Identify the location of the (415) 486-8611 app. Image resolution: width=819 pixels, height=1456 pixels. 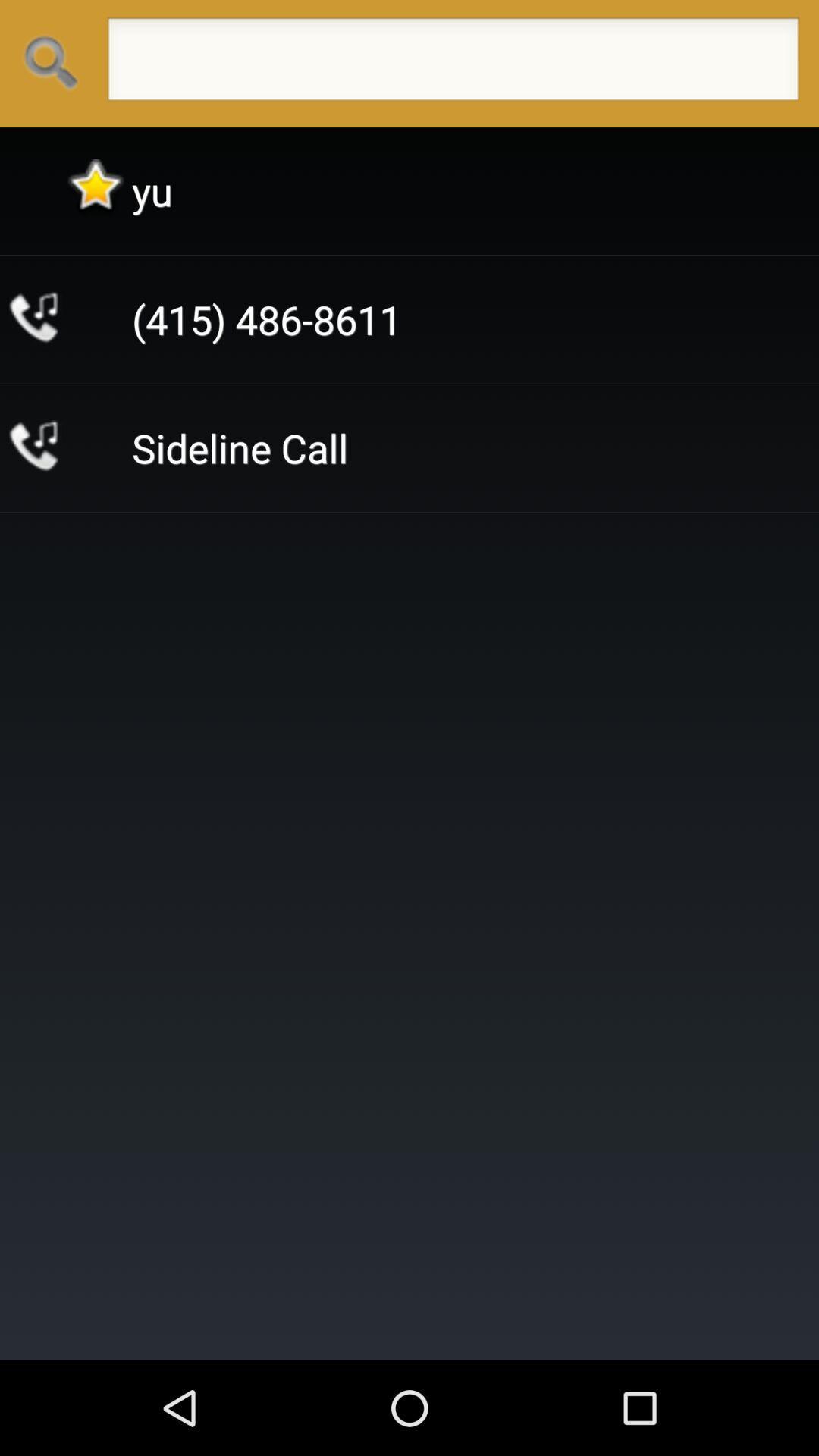
(265, 318).